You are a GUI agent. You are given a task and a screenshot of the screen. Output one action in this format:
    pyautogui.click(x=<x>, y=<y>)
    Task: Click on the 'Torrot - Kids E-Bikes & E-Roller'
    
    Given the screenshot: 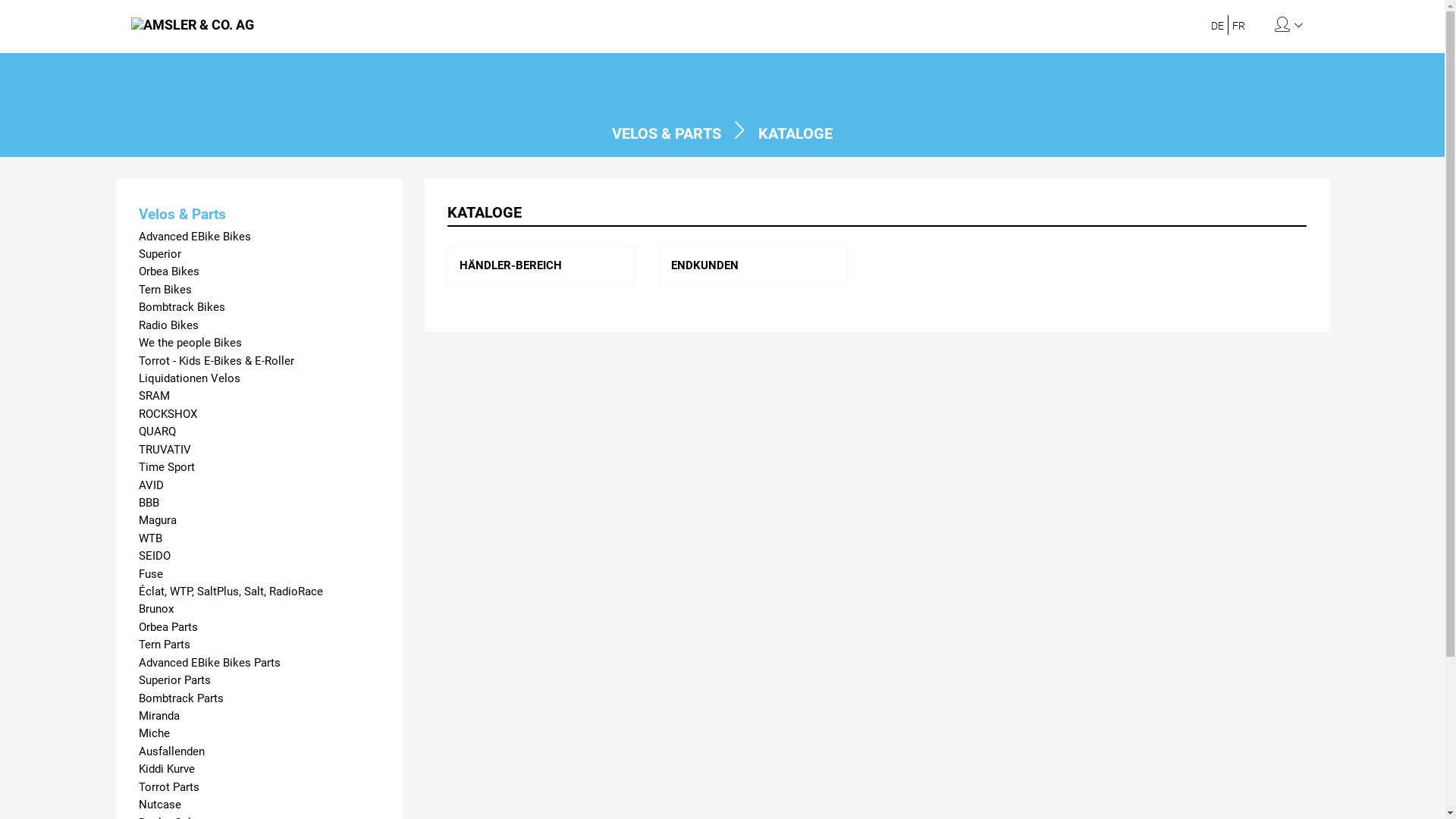 What is the action you would take?
    pyautogui.click(x=258, y=361)
    